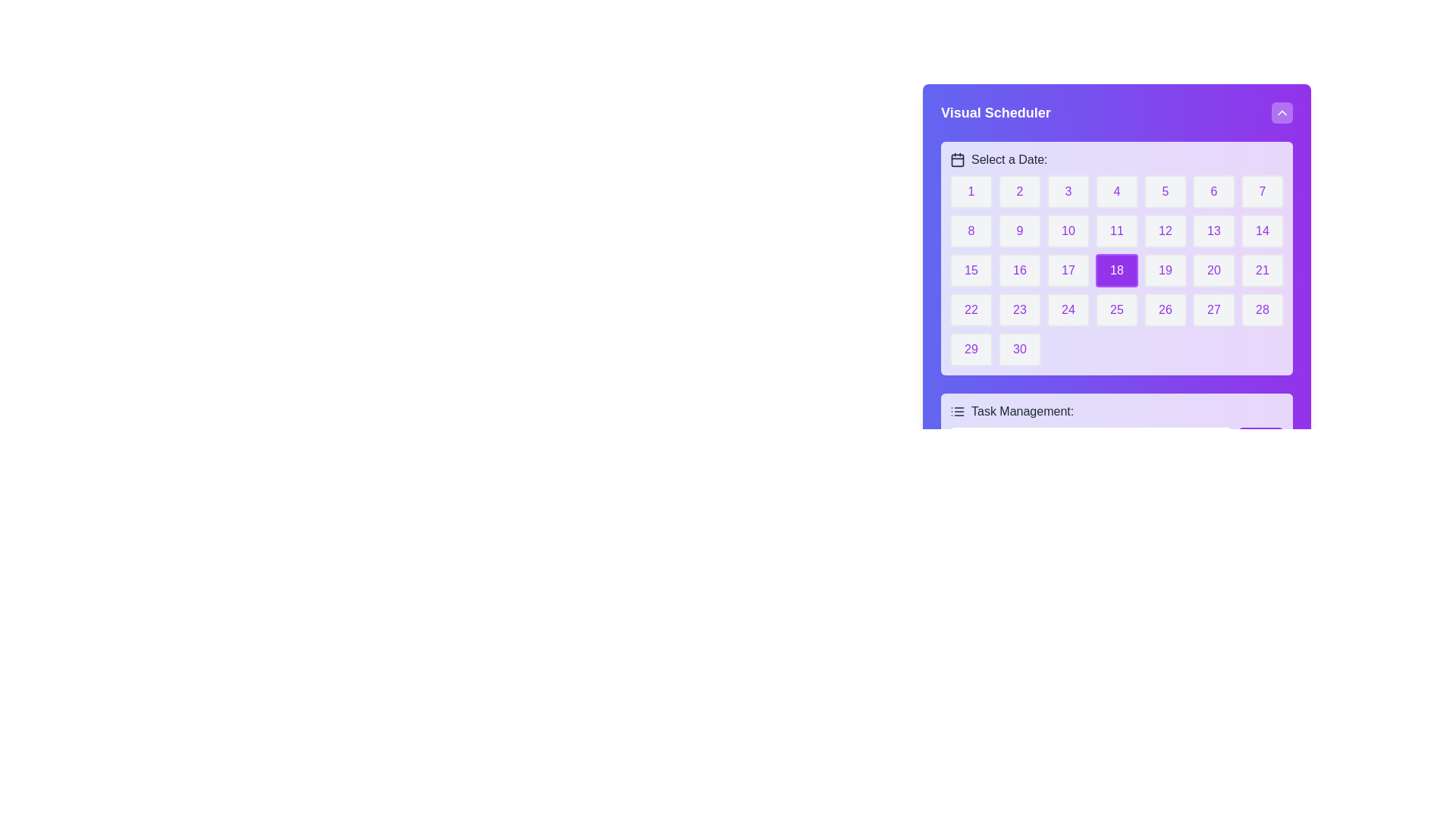 The height and width of the screenshot is (819, 1456). What do you see at coordinates (956, 412) in the screenshot?
I see `the small icon resembling a bulleted list, which consists of three horizontal lines and is positioned to the left of the text 'Task Management:' within a purple interface` at bounding box center [956, 412].